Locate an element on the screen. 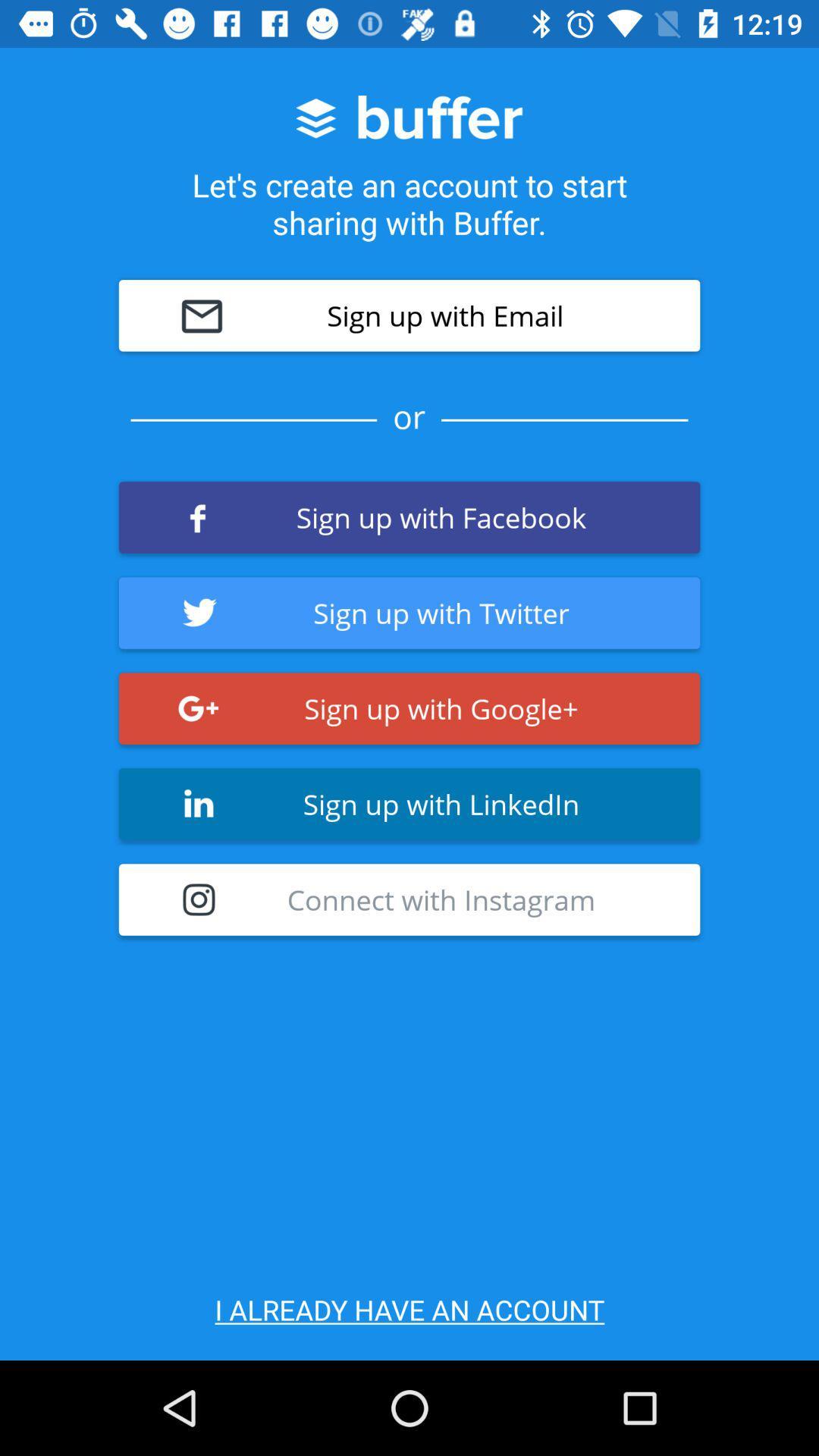 Image resolution: width=819 pixels, height=1456 pixels. the i already have is located at coordinates (409, 1309).